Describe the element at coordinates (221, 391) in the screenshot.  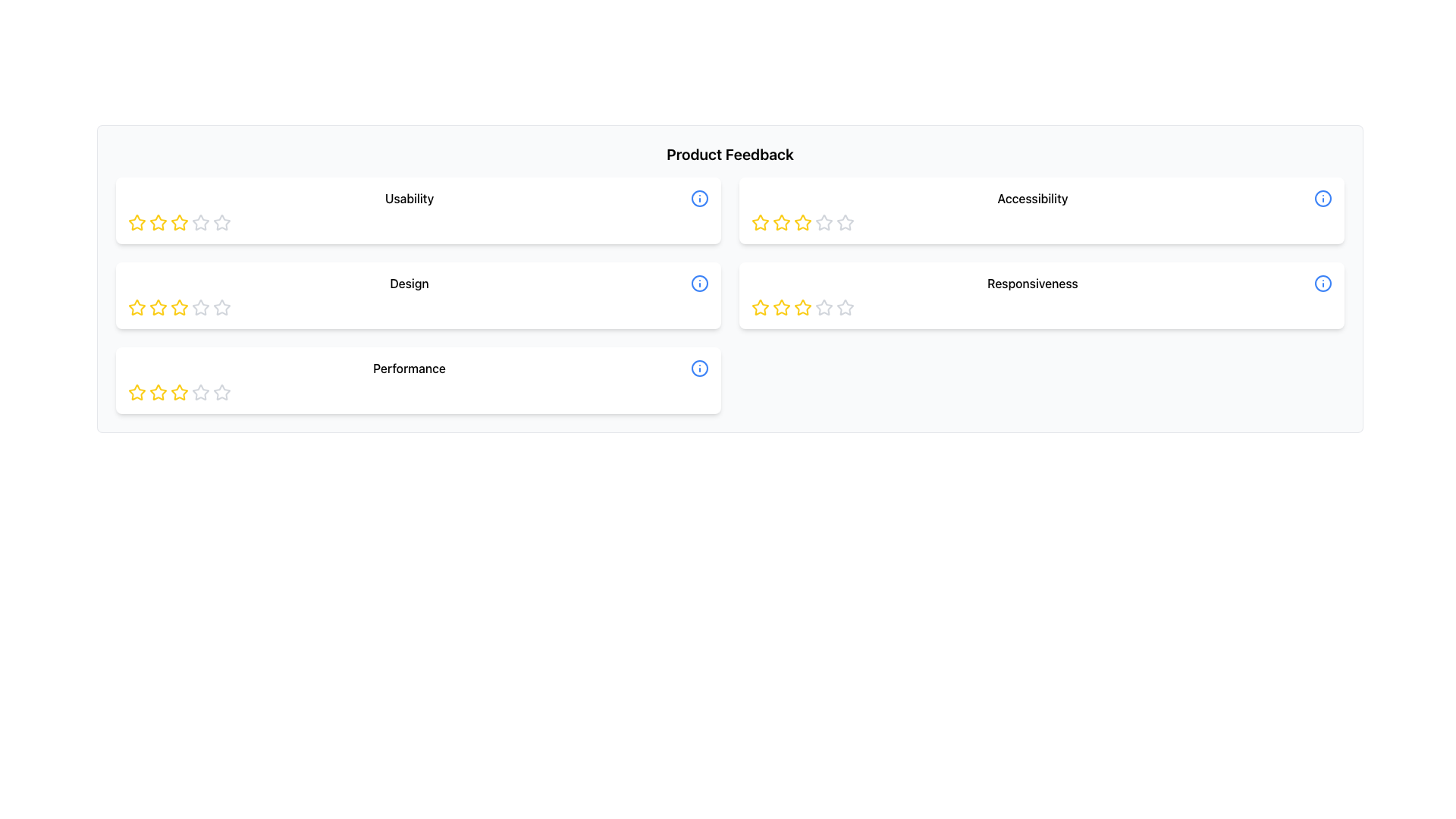
I see `the fourth star in the rating row under the 'Performance' category` at that location.